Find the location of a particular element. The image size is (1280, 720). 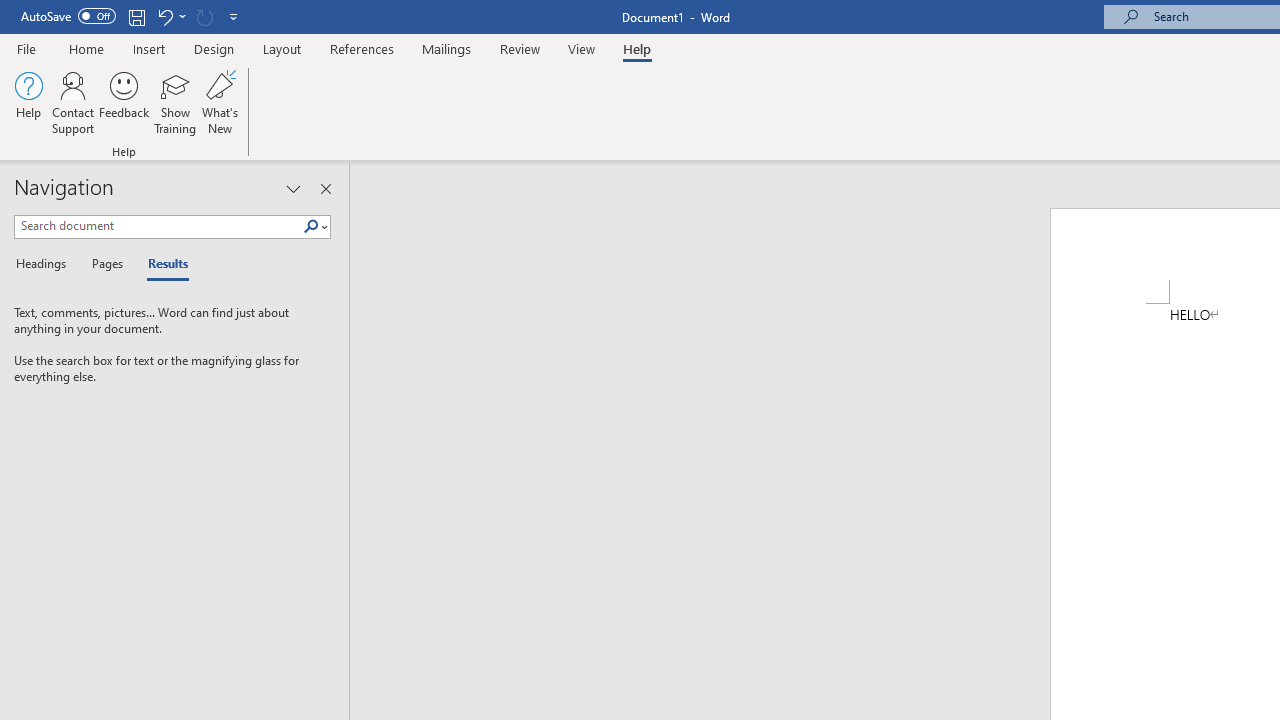

'Close pane' is located at coordinates (325, 189).